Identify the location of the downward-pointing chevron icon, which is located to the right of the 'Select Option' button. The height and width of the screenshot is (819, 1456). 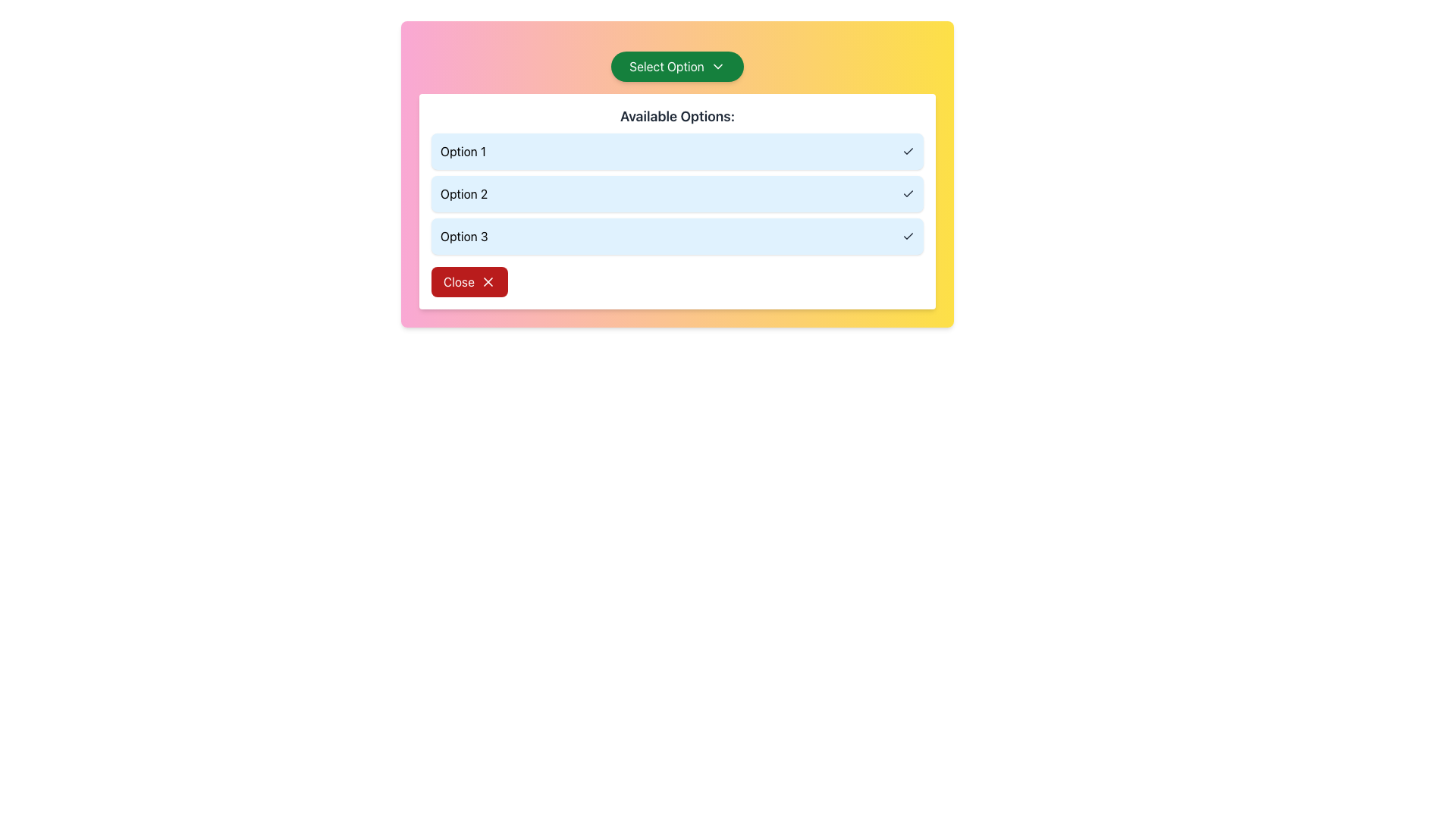
(717, 66).